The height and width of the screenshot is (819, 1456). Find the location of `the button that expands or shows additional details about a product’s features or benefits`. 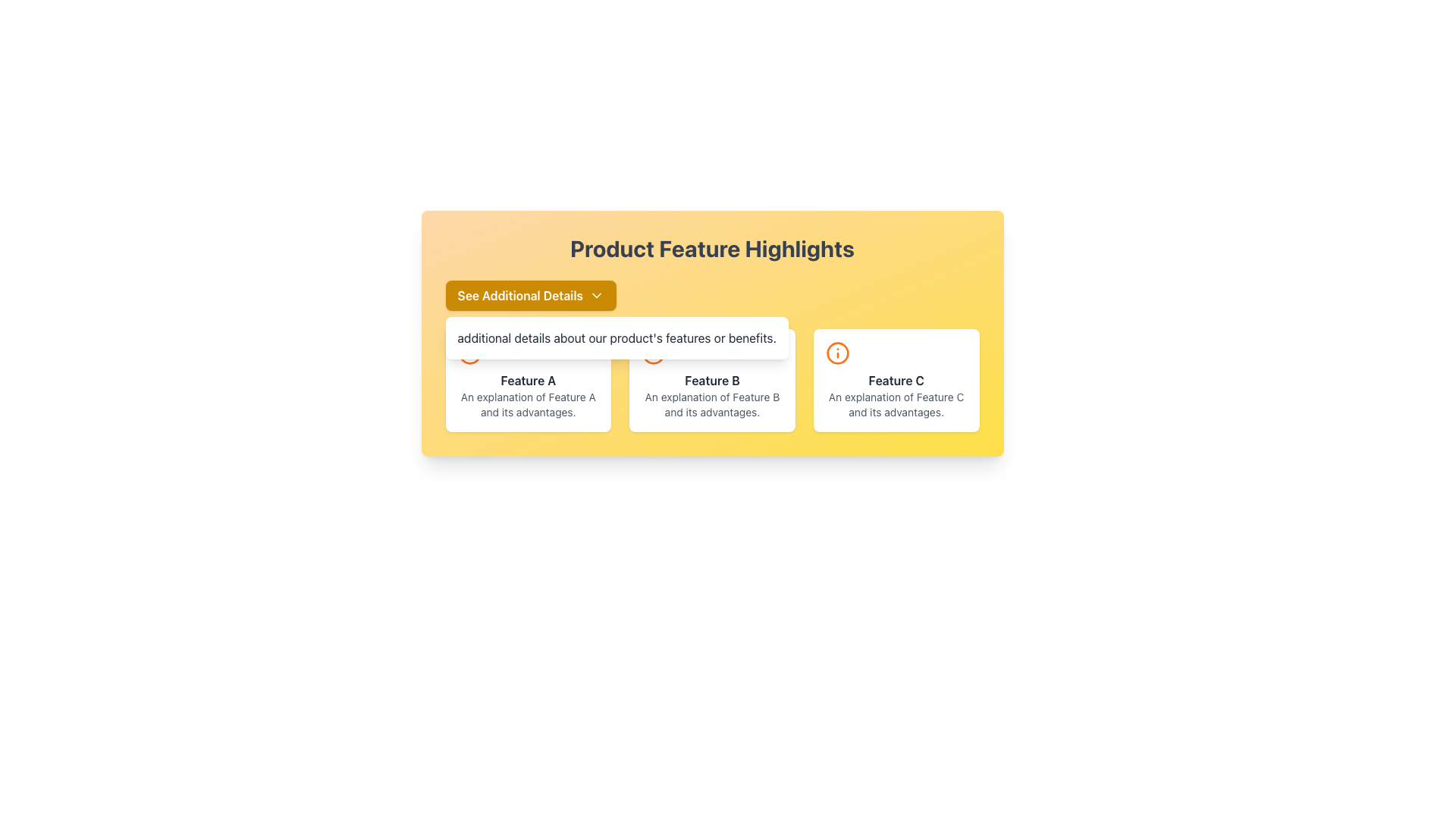

the button that expands or shows additional details about a product’s features or benefits is located at coordinates (531, 295).